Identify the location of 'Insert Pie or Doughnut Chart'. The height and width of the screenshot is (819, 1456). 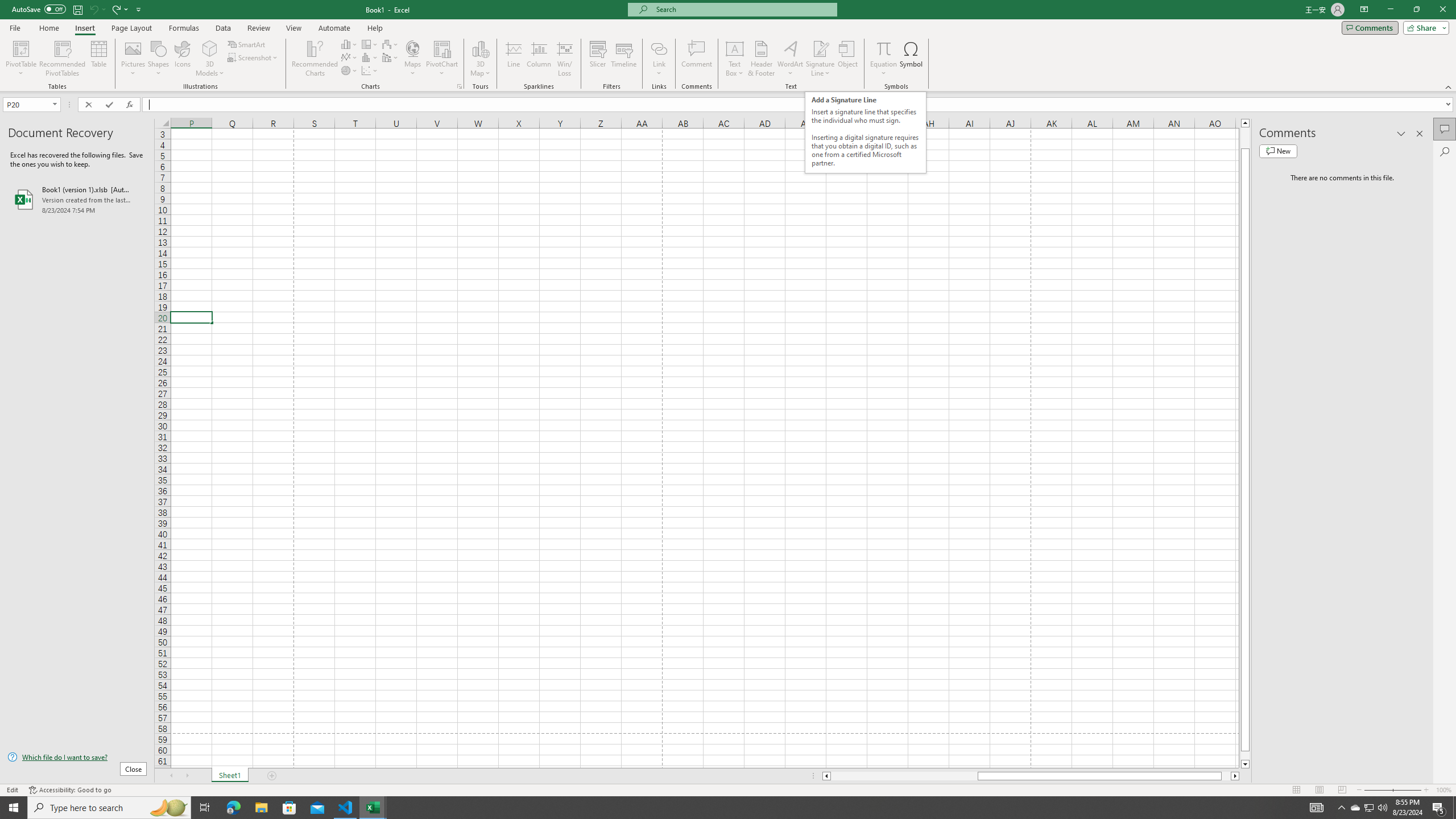
(349, 69).